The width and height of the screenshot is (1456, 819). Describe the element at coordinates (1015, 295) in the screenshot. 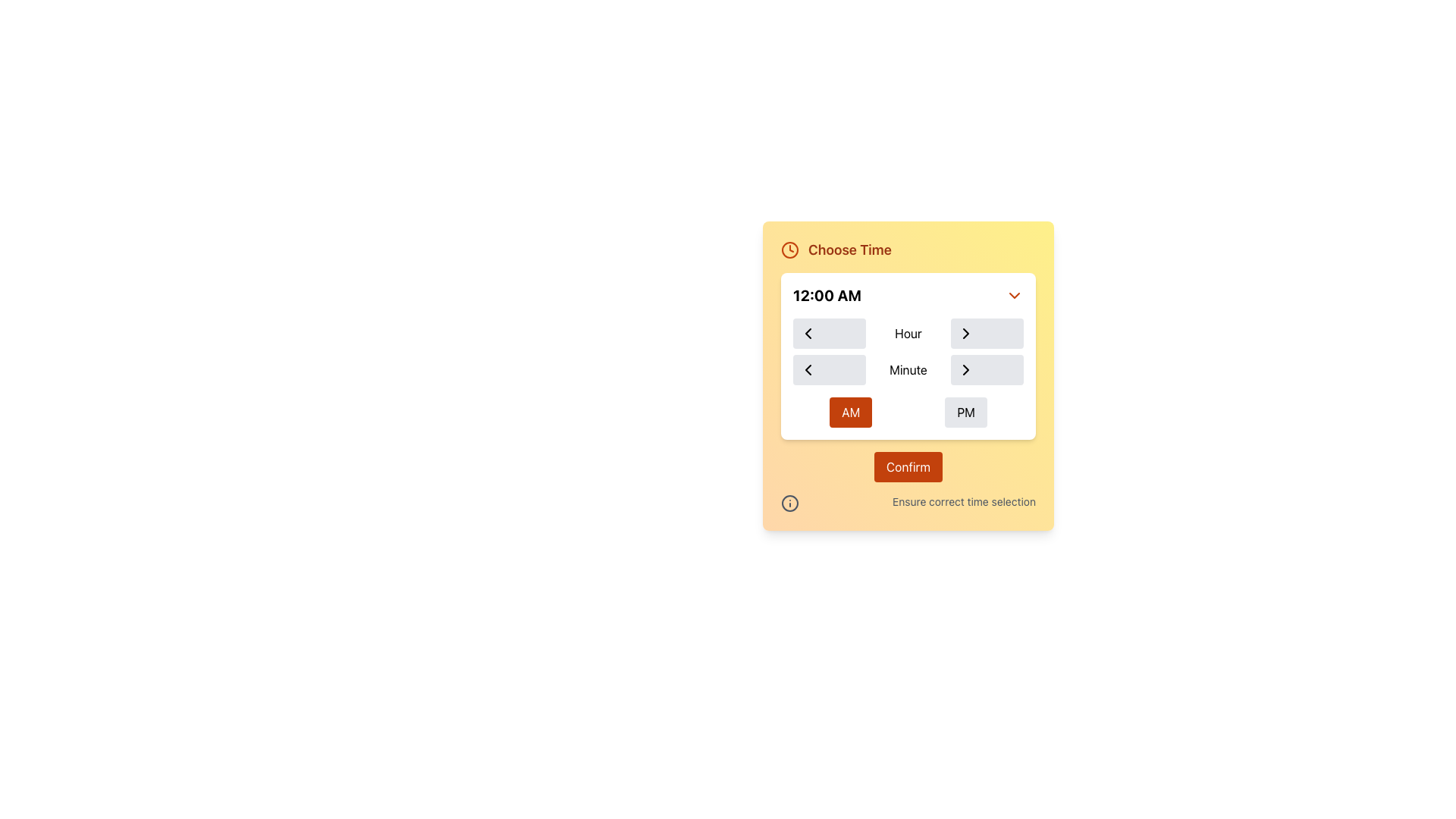

I see `the orange-colored downward-facing arrow dropdown toggle icon located to the right of the '12:00 AM' time label` at that location.